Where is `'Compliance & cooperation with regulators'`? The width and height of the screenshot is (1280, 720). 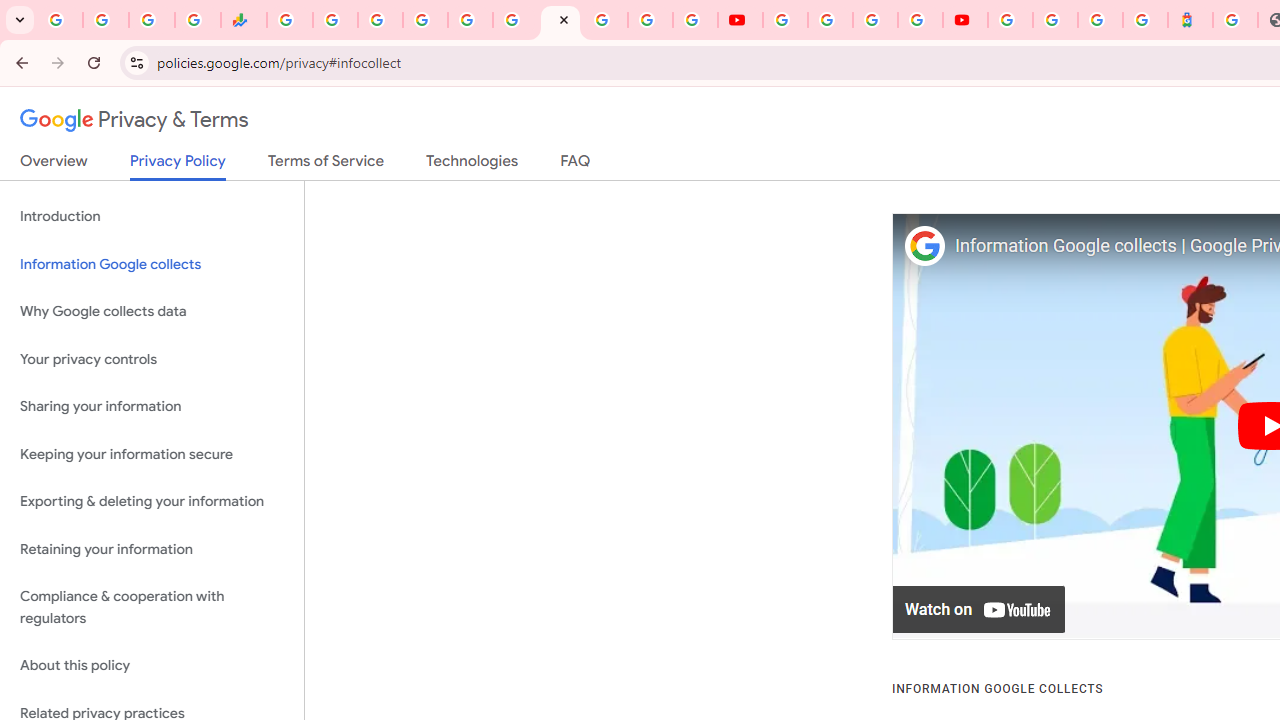
'Compliance & cooperation with regulators' is located at coordinates (151, 607).